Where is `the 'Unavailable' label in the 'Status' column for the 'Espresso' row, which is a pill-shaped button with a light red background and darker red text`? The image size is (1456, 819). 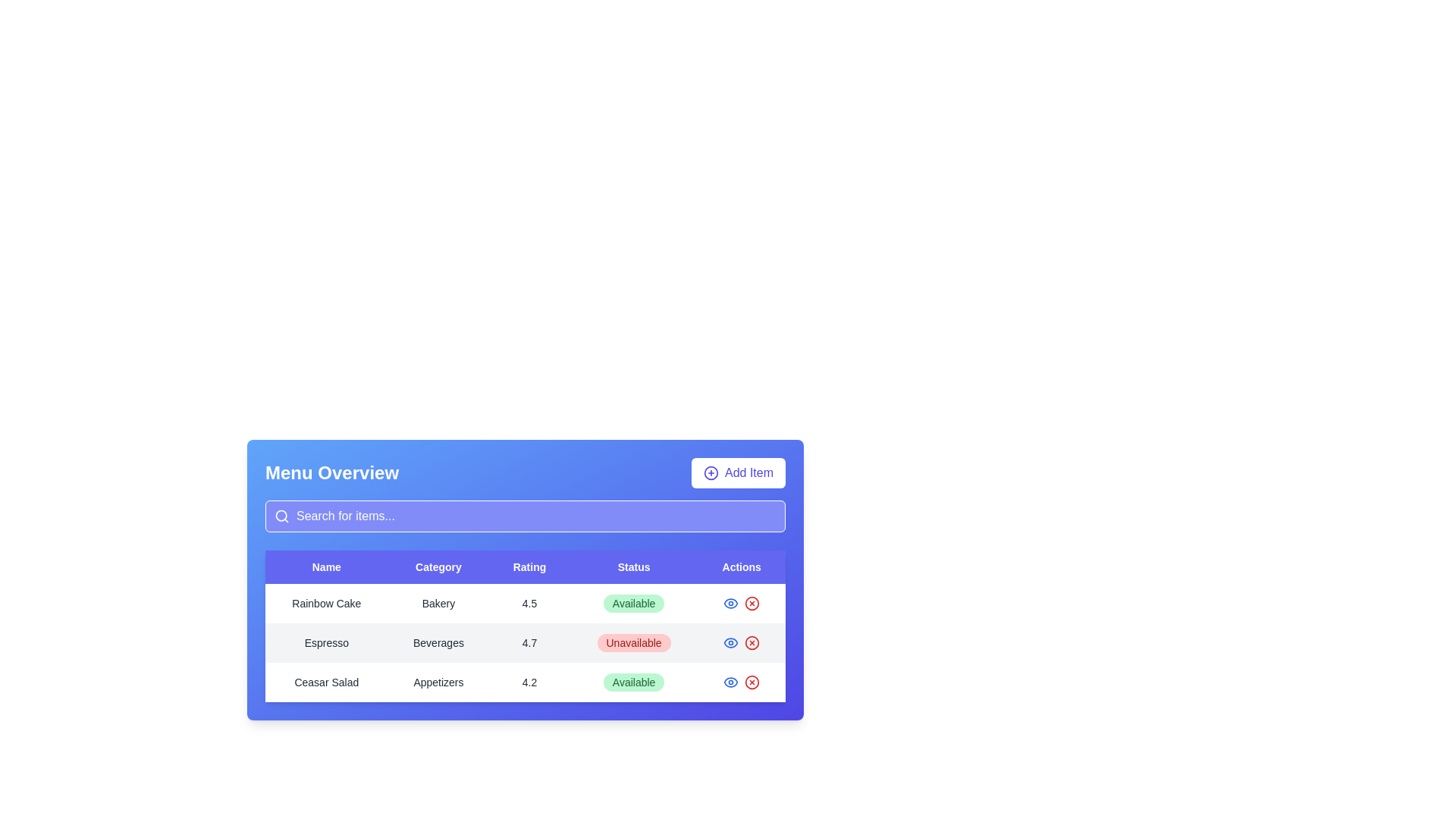 the 'Unavailable' label in the 'Status' column for the 'Espresso' row, which is a pill-shaped button with a light red background and darker red text is located at coordinates (634, 643).